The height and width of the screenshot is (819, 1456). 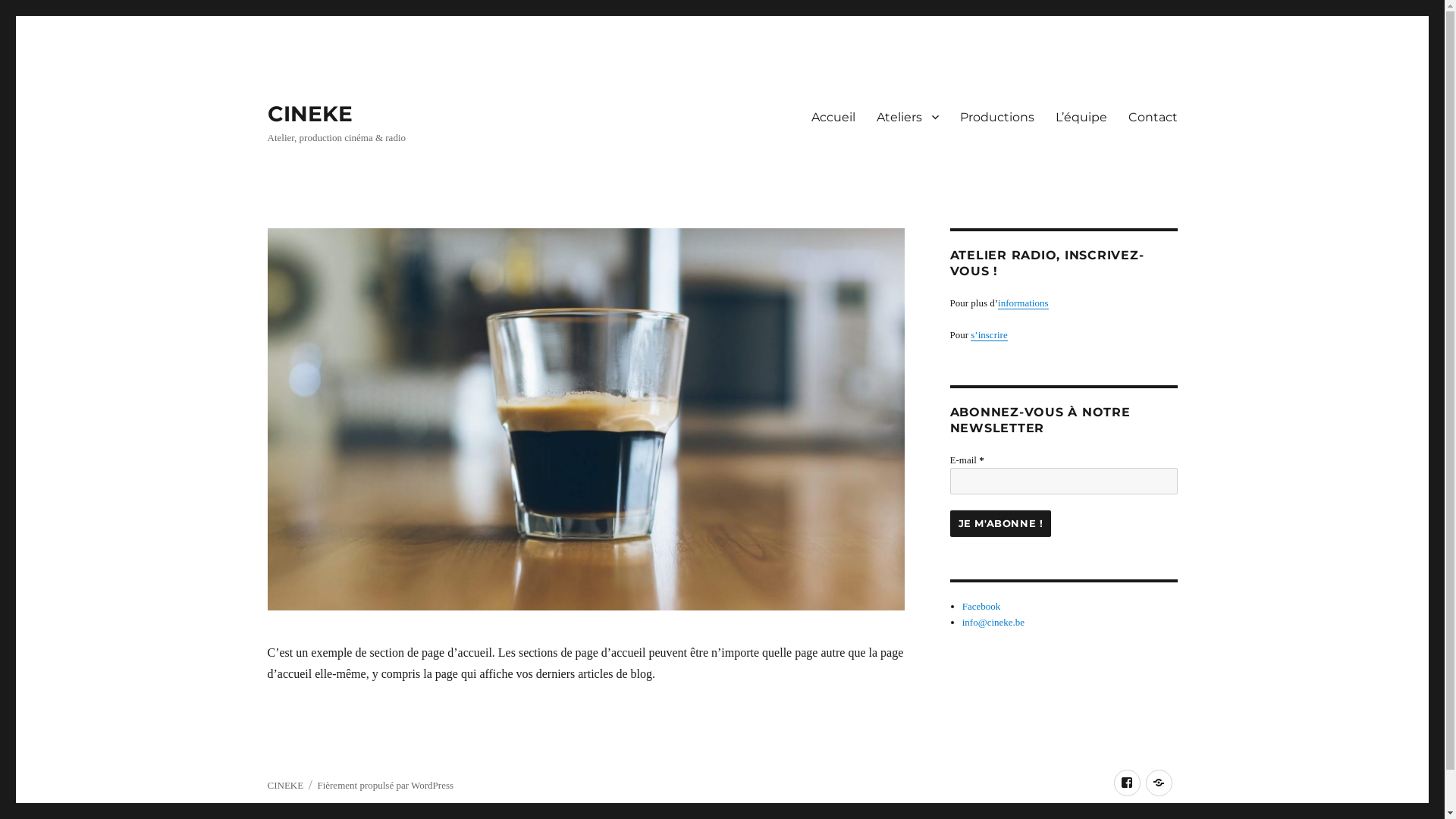 I want to click on 'CINEKE', so click(x=266, y=113).